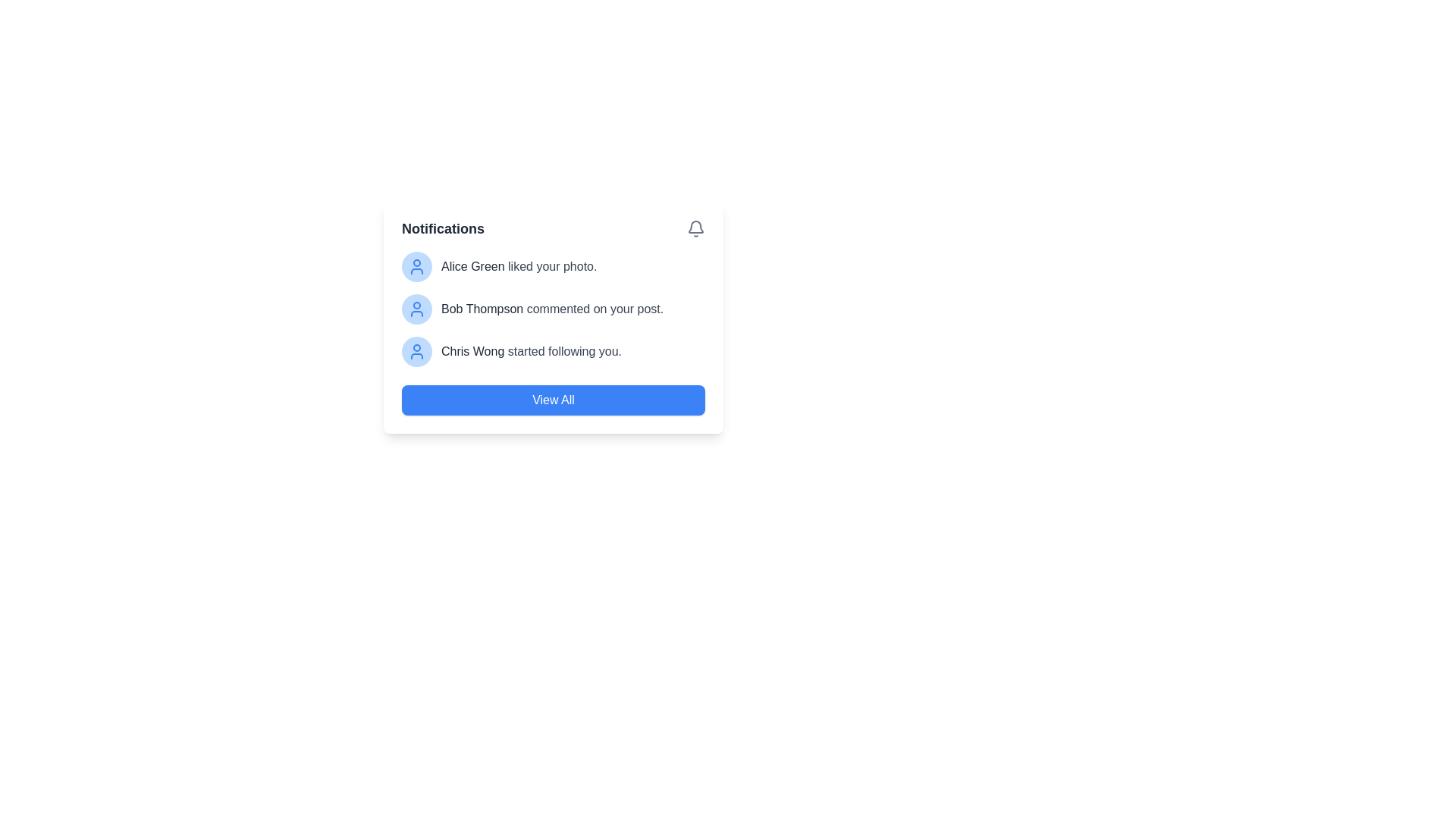 The width and height of the screenshot is (1456, 819). Describe the element at coordinates (482, 308) in the screenshot. I see `the text label displaying 'Bob Thompson' in the second notification item of the notification panel, which is part of the message 'Bob Thompson commented on your post.'` at that location.